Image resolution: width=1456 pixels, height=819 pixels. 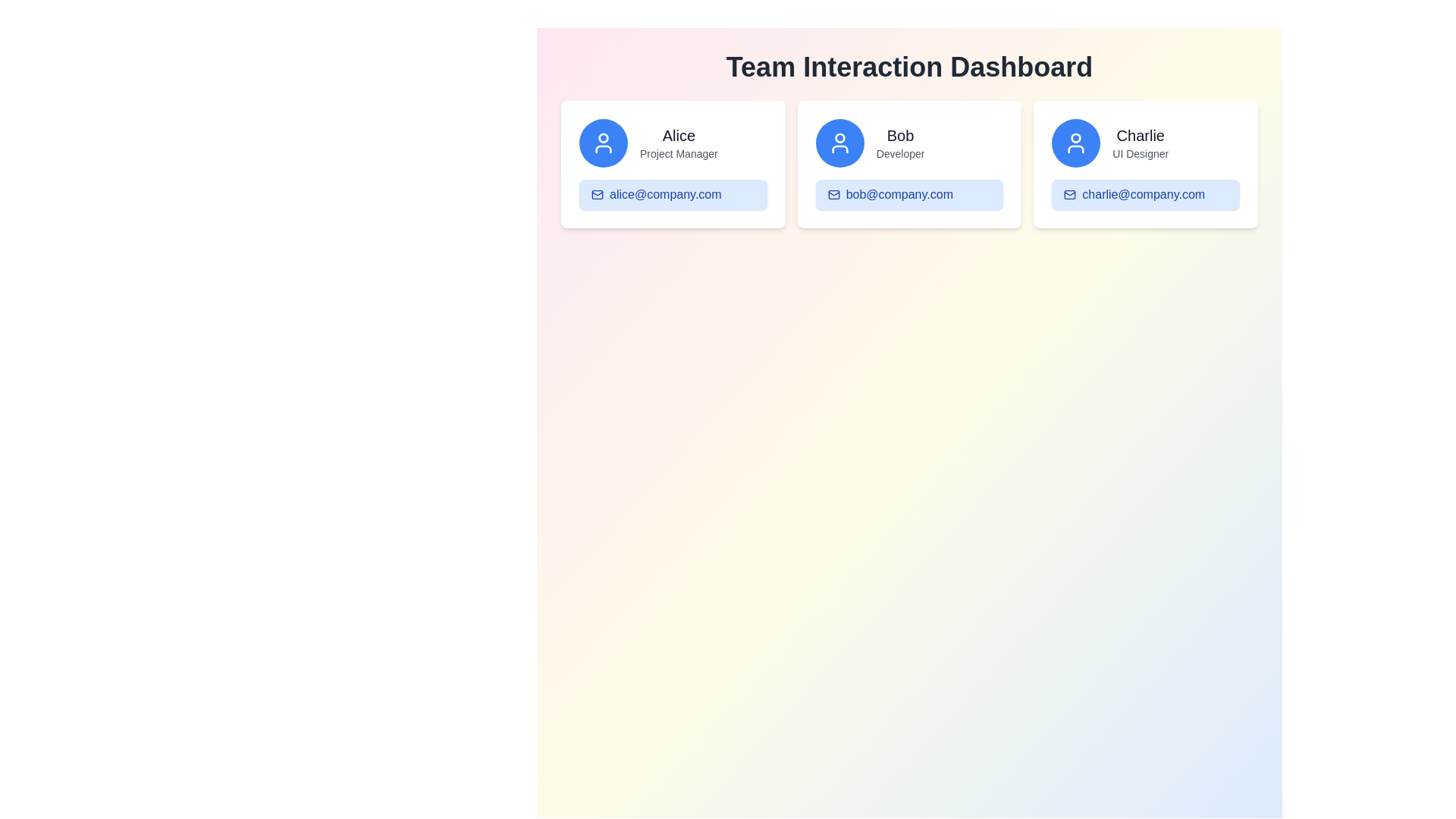 I want to click on the badge button displaying 'charlie@company.com' with a blue background and mail icon, located in the card for 'Charlie', the UI Designer, so click(x=1146, y=194).